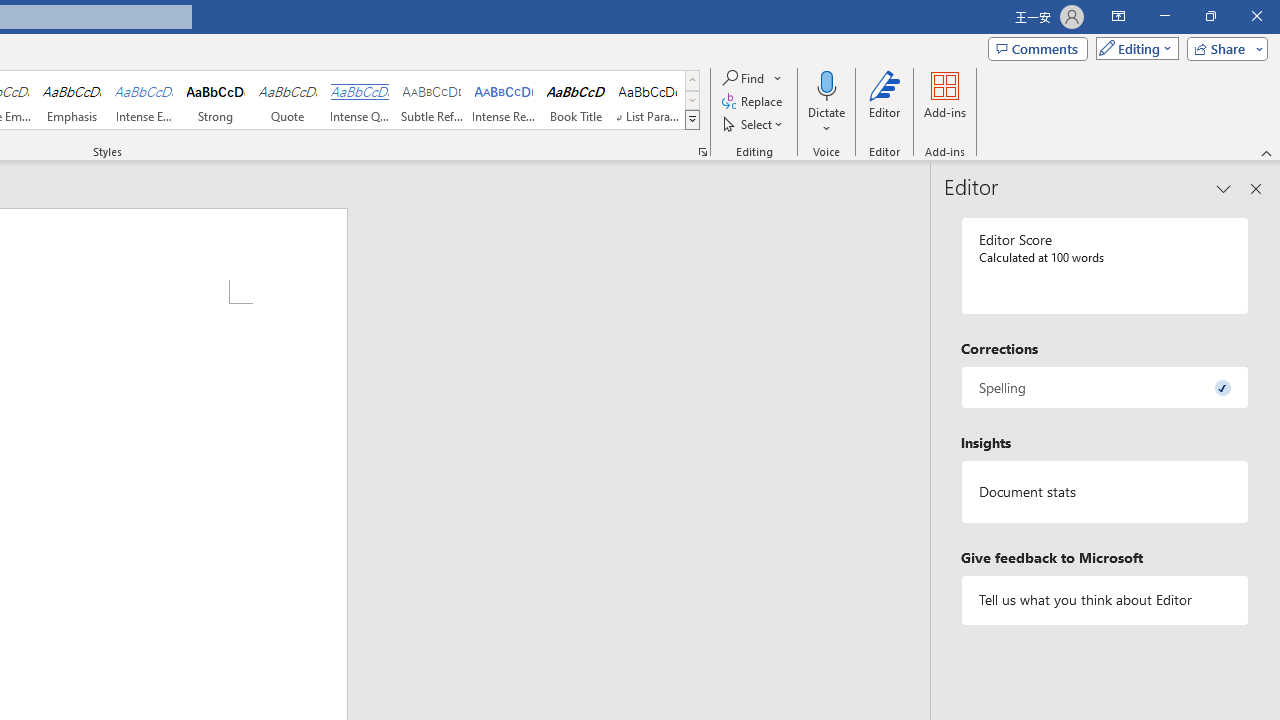  I want to click on 'Strong', so click(216, 100).